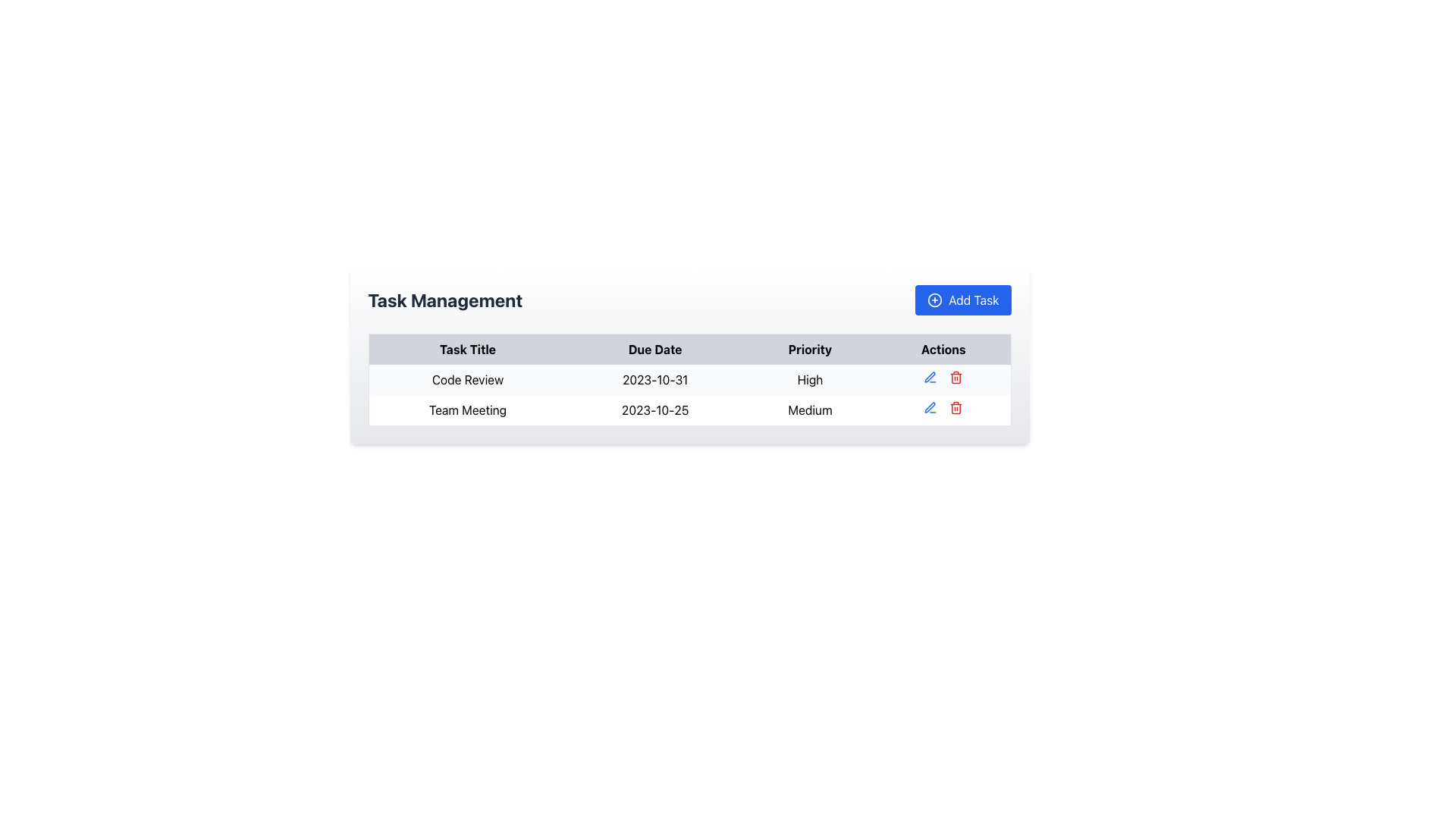 This screenshot has height=819, width=1456. What do you see at coordinates (466, 410) in the screenshot?
I see `the task title text label located in the second row of the task management table, adjacent to the '2023-10-25' cell` at bounding box center [466, 410].